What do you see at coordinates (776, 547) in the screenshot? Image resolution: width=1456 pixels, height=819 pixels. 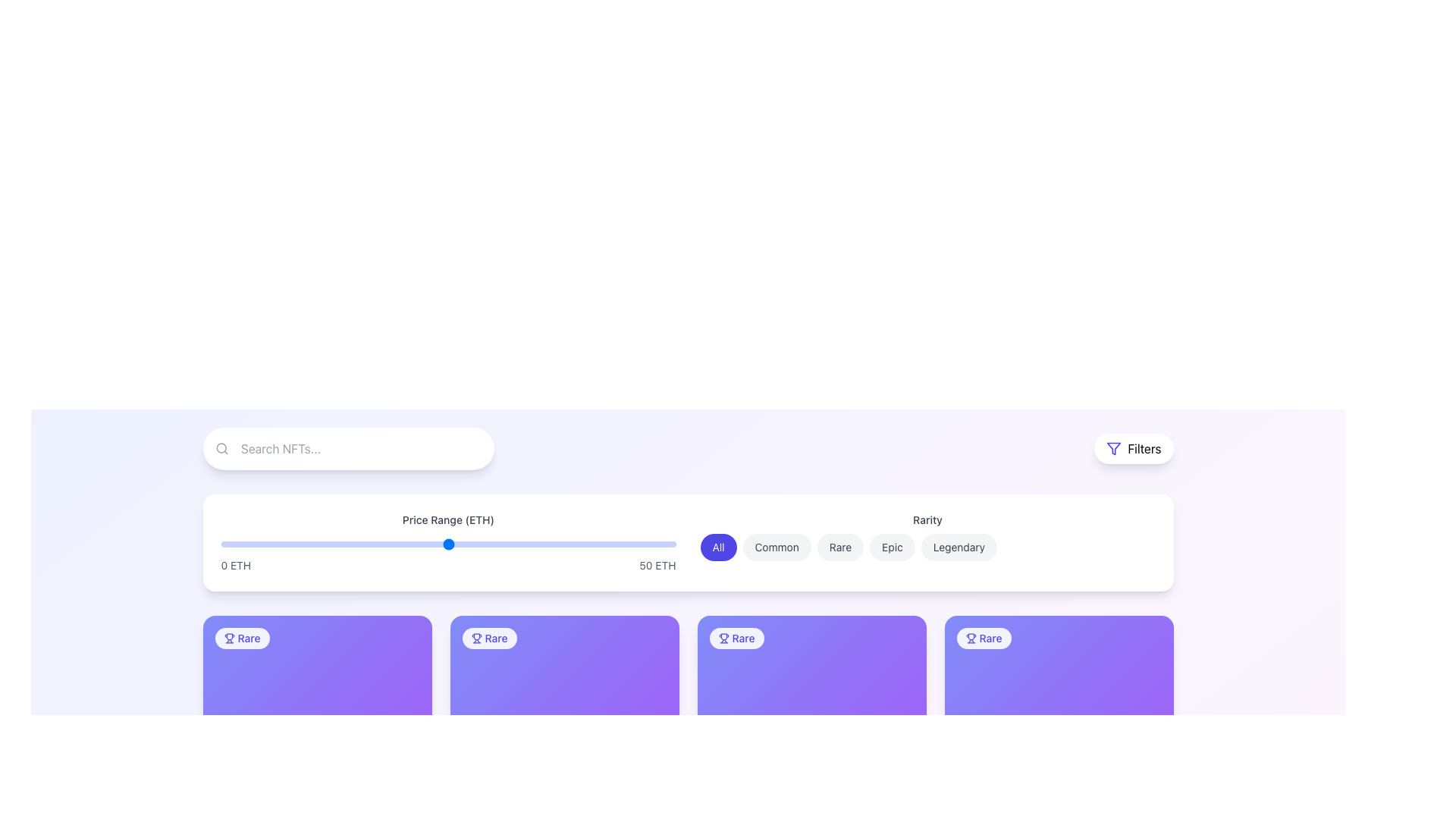 I see `the 'Common' button with rounded edges and a light gray background to filter items in the NFT list` at bounding box center [776, 547].